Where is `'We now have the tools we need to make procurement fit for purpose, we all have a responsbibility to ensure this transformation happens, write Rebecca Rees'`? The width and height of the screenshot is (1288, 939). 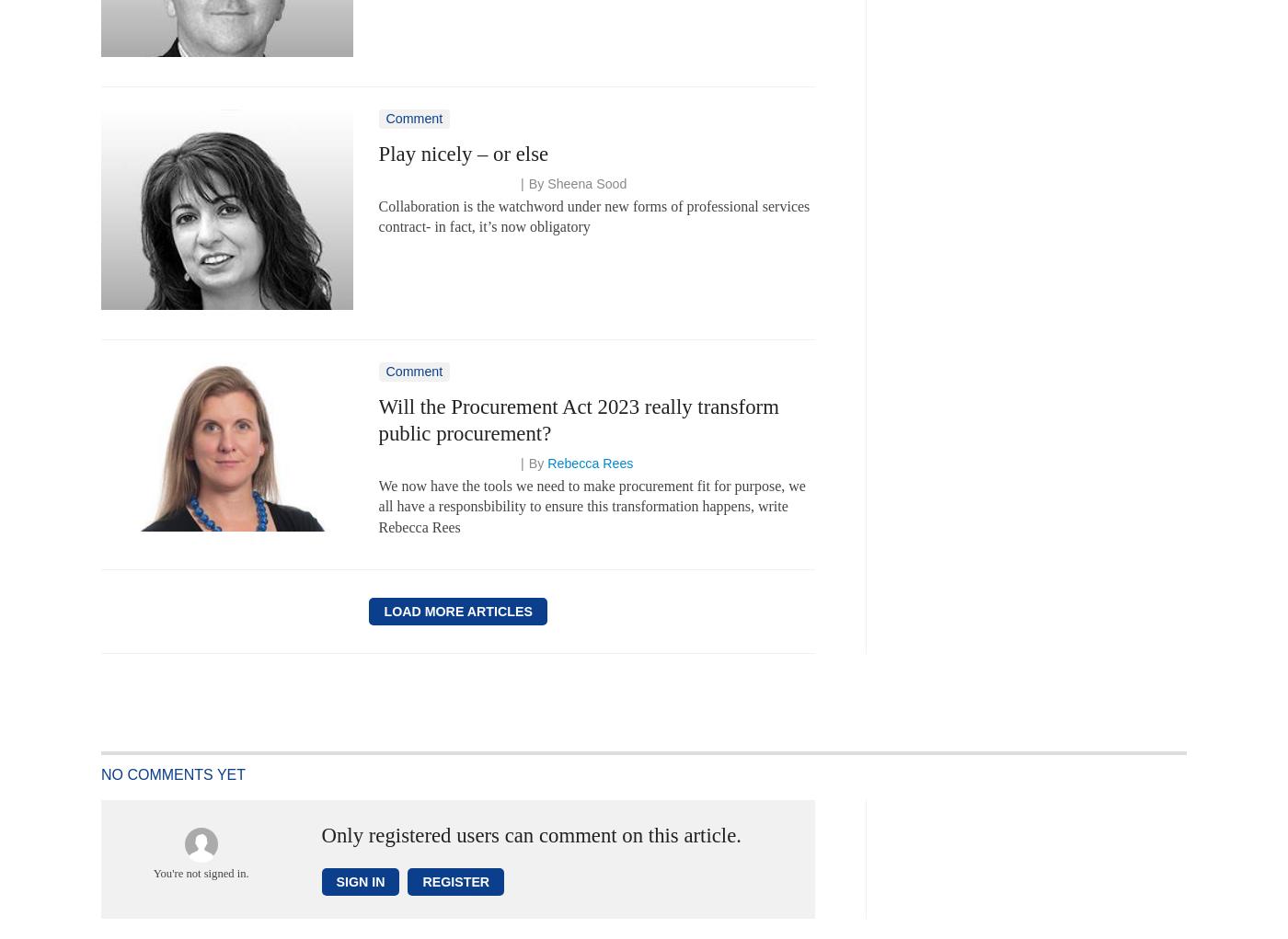 'We now have the tools we need to make procurement fit for purpose, we all have a responsbibility to ensure this transformation happens, write Rebecca Rees' is located at coordinates (592, 505).